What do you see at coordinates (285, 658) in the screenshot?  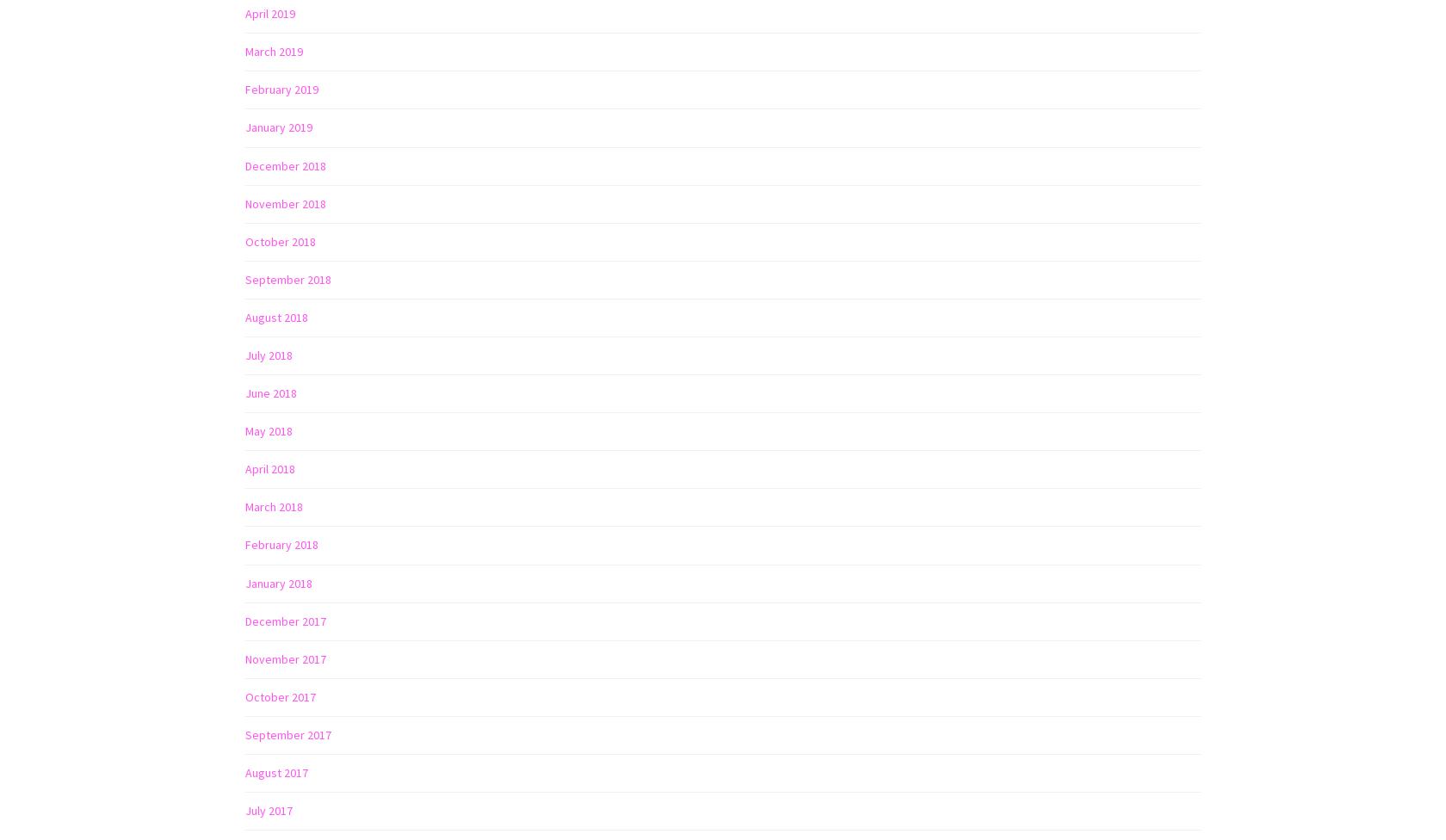 I see `'November 2017'` at bounding box center [285, 658].